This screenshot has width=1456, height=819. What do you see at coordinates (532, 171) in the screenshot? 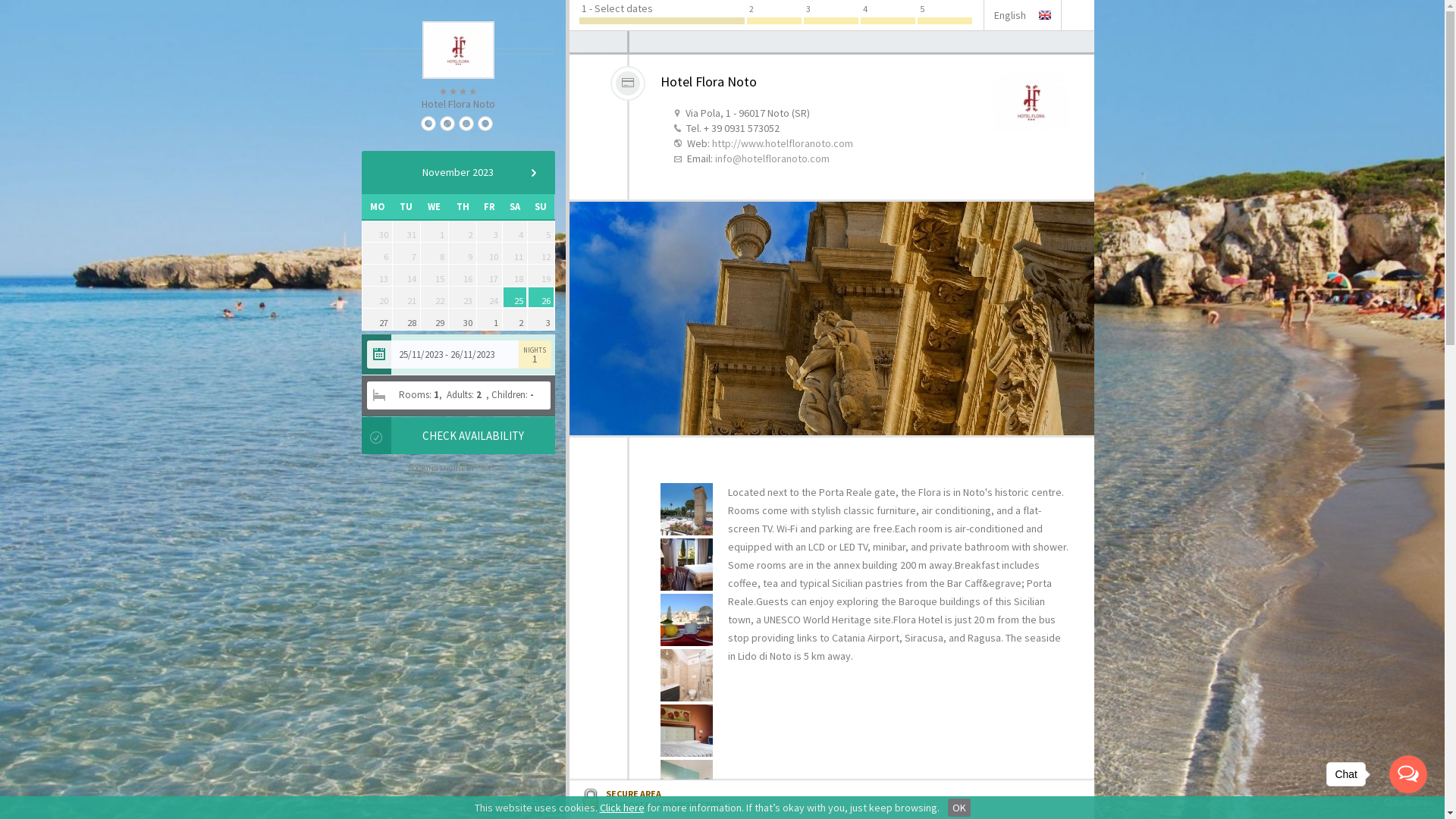
I see `'Next'` at bounding box center [532, 171].